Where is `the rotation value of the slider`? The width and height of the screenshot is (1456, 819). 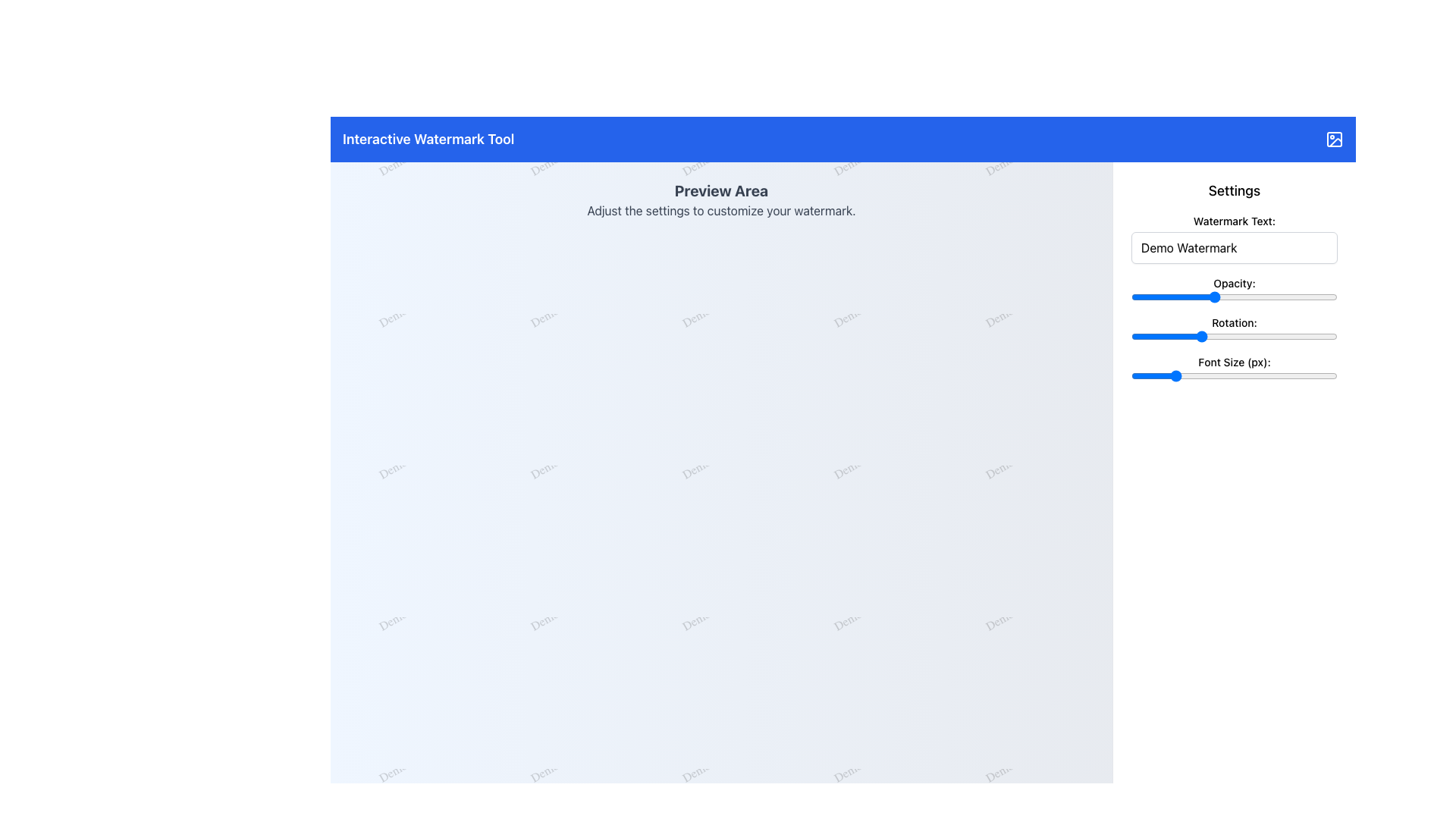
the rotation value of the slider is located at coordinates (1141, 335).